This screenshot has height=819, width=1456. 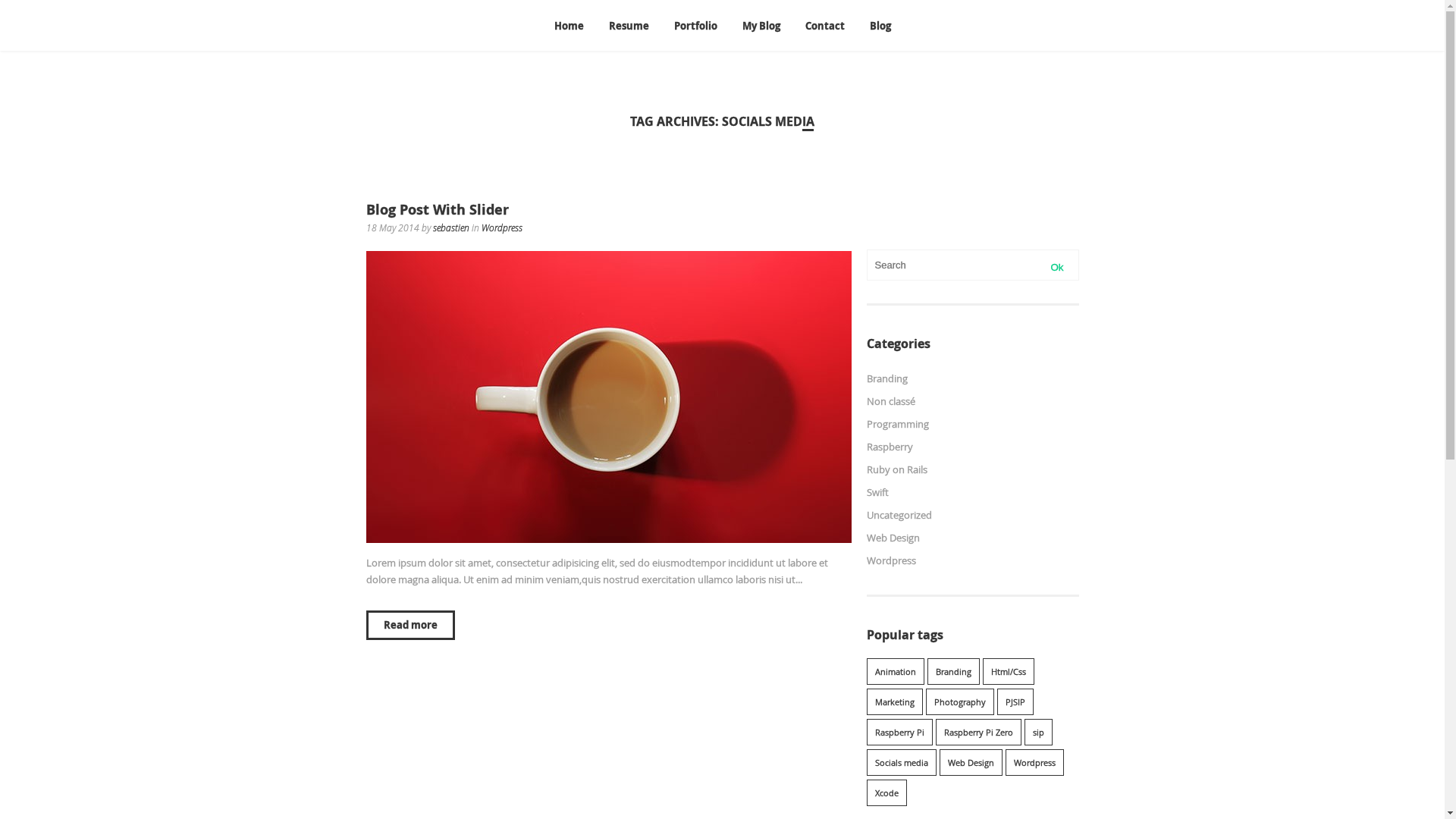 What do you see at coordinates (899, 513) in the screenshot?
I see `'Uncategorized'` at bounding box center [899, 513].